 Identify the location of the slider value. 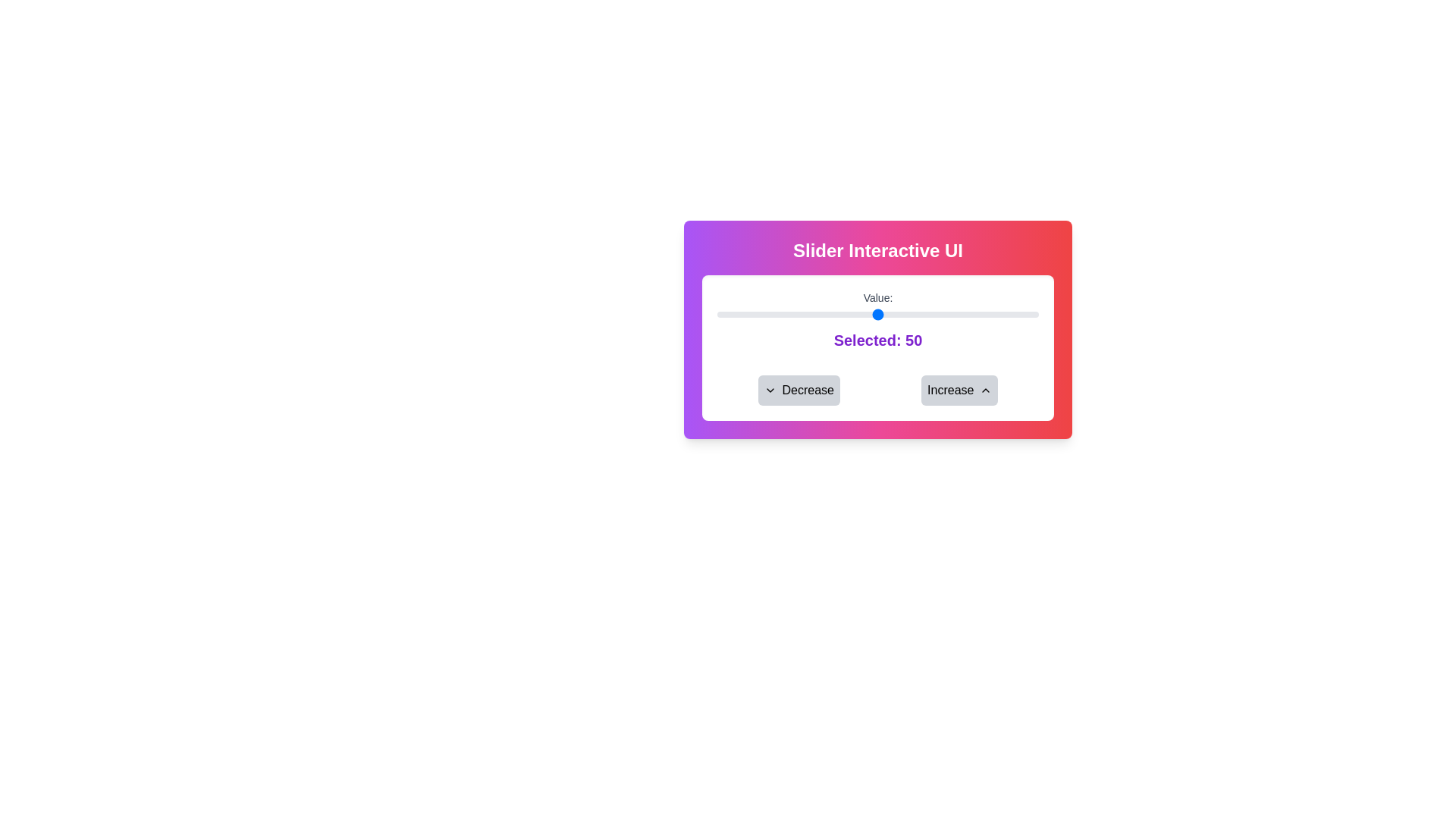
(1029, 314).